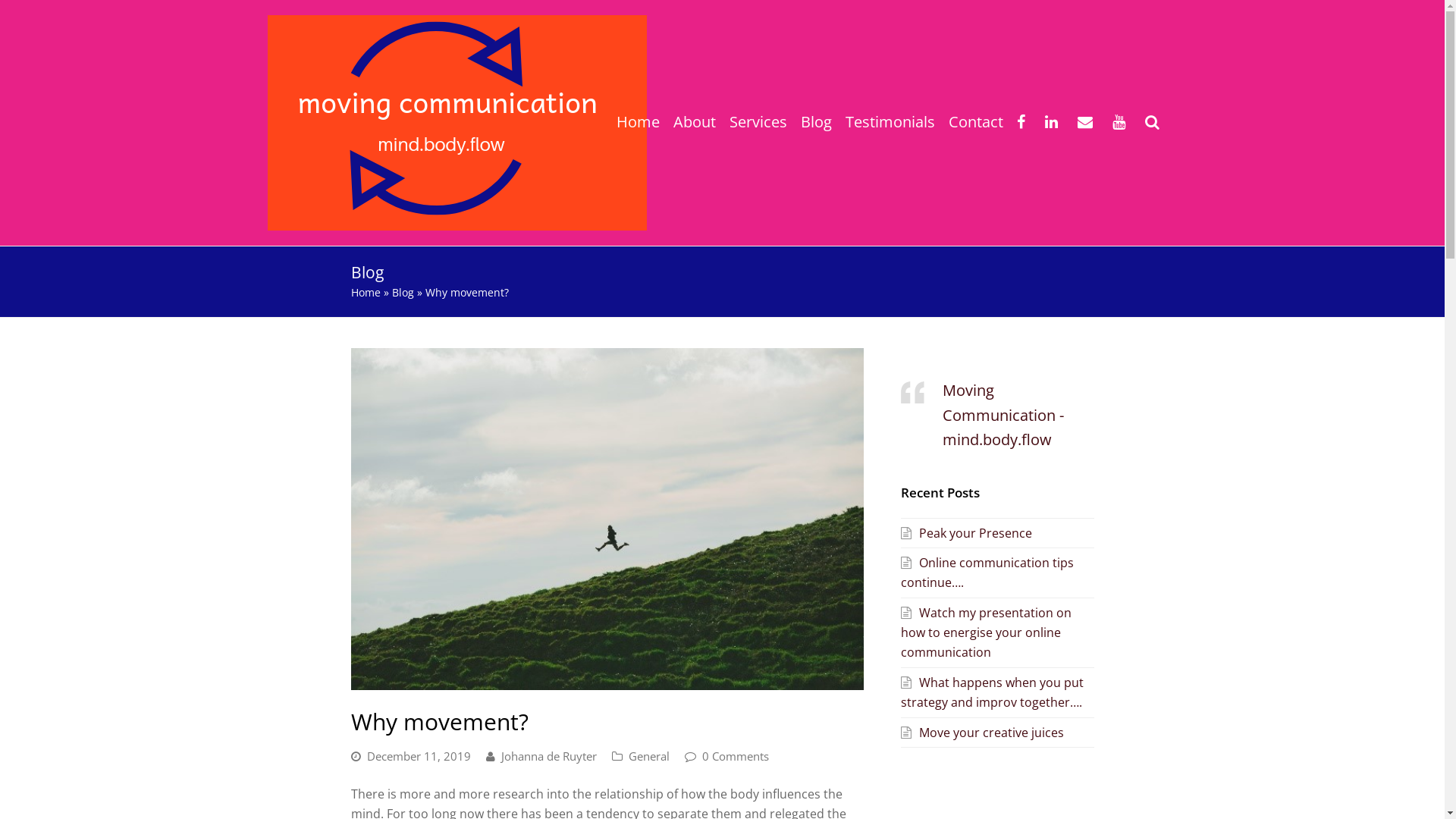  Describe the element at coordinates (693, 122) in the screenshot. I see `'About'` at that location.